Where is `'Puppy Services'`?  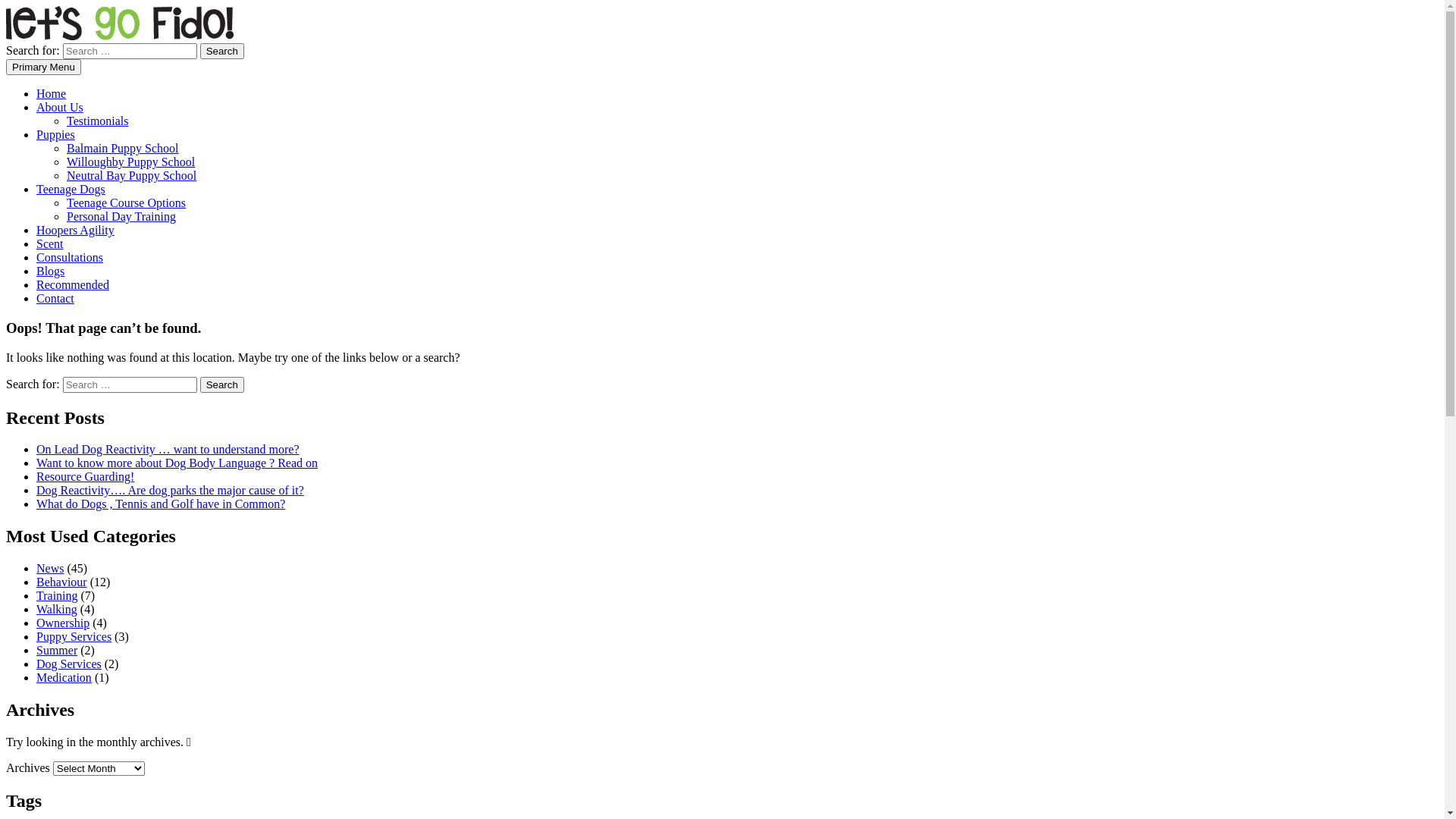 'Puppy Services' is located at coordinates (73, 636).